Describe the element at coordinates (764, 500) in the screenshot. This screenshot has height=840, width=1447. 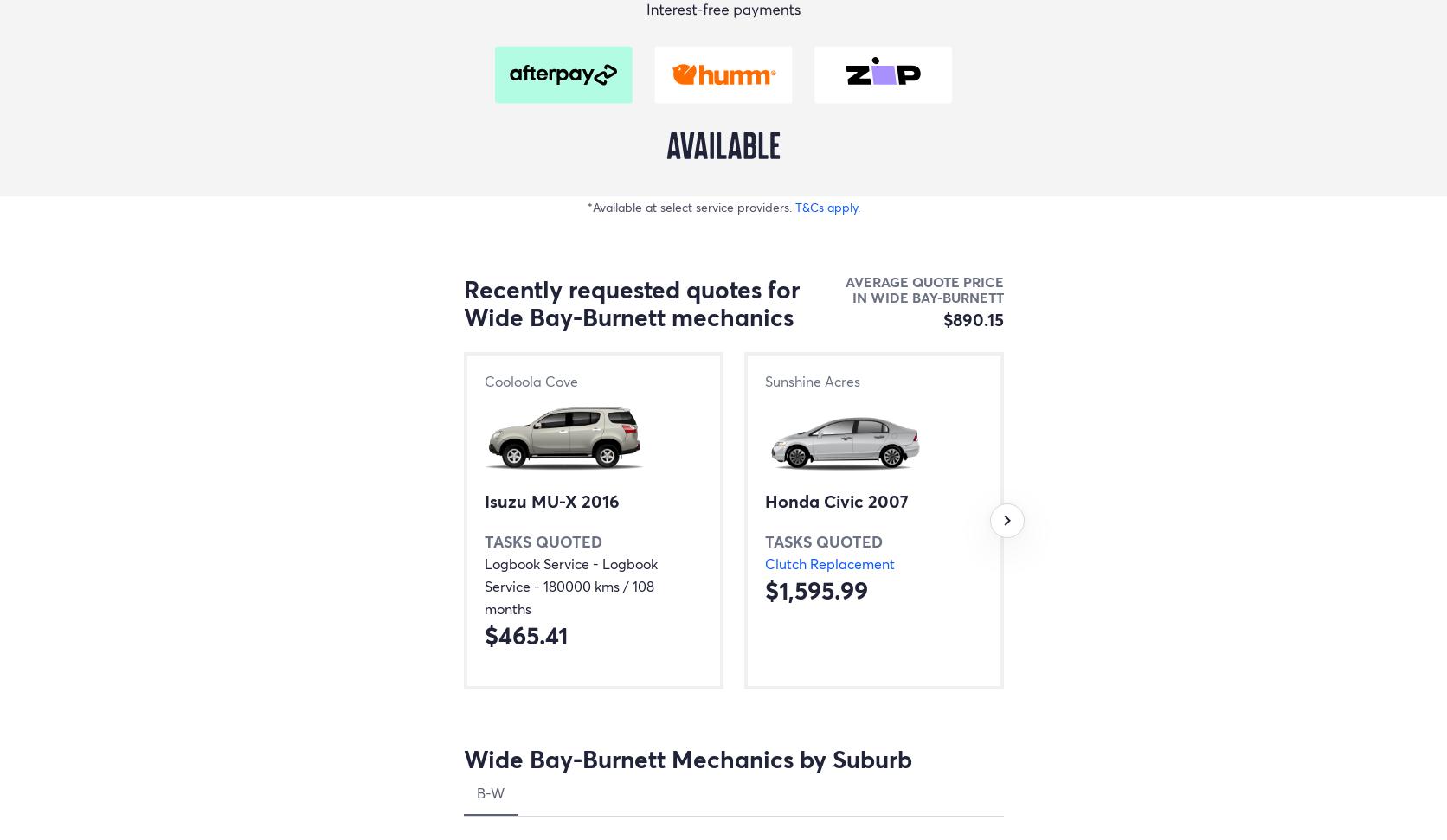
I see `'Honda Civic 2007'` at that location.